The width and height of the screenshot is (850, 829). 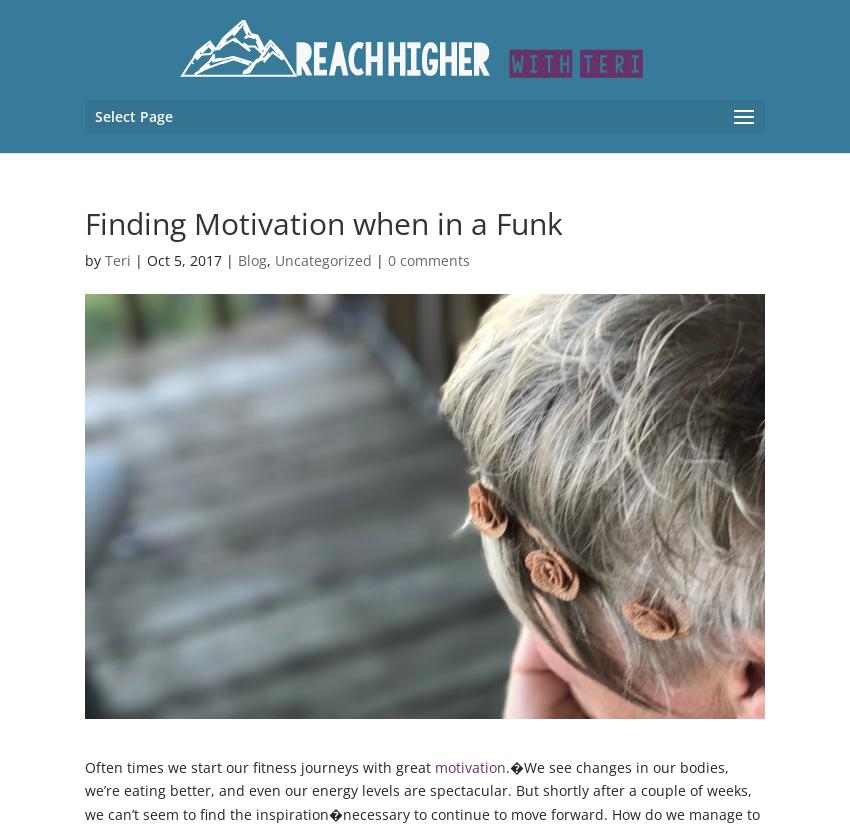 I want to click on 'Uncategorized', so click(x=323, y=260).